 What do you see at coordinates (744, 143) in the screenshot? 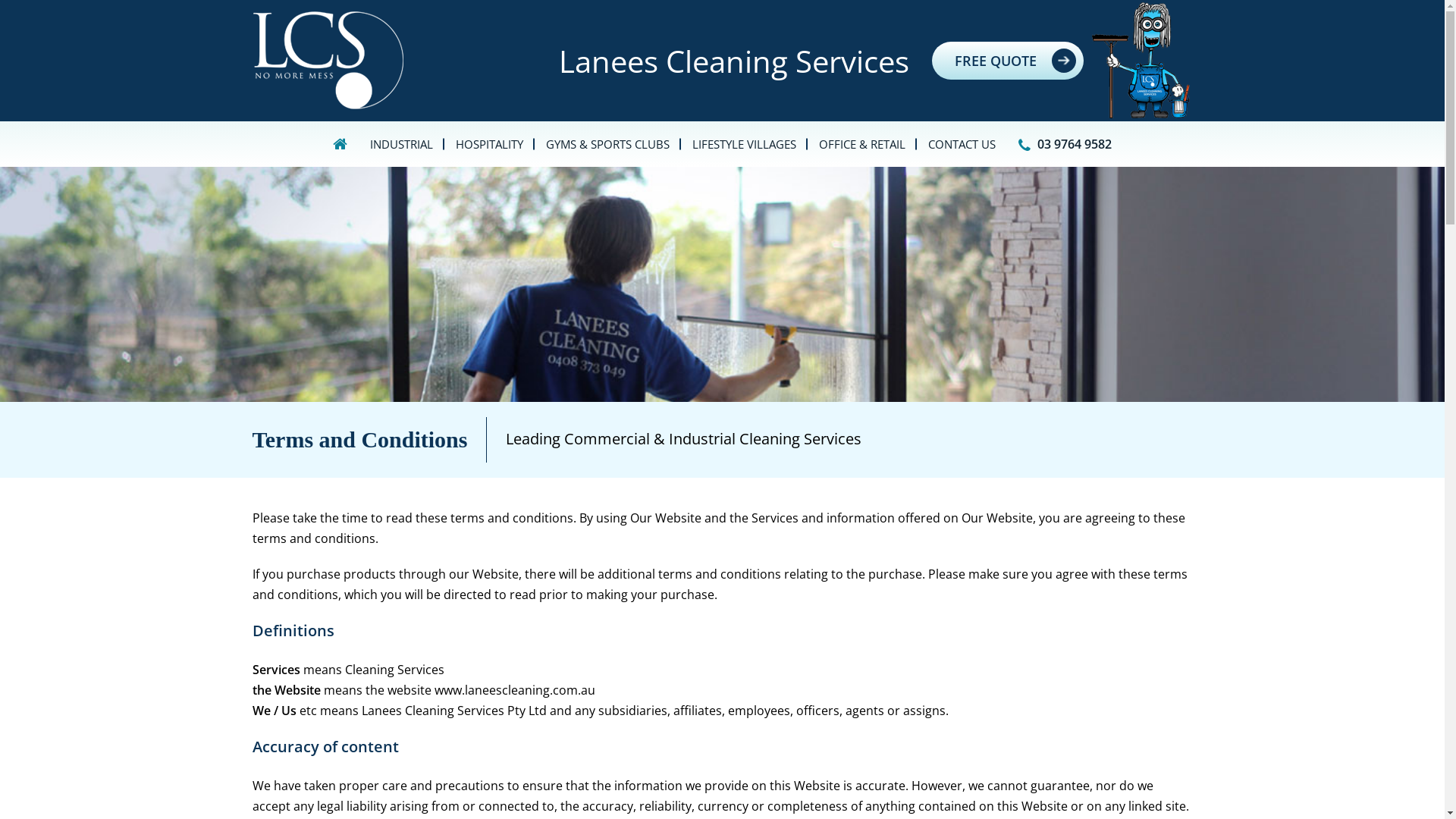
I see `'LIFESTYLE VILLAGES'` at bounding box center [744, 143].